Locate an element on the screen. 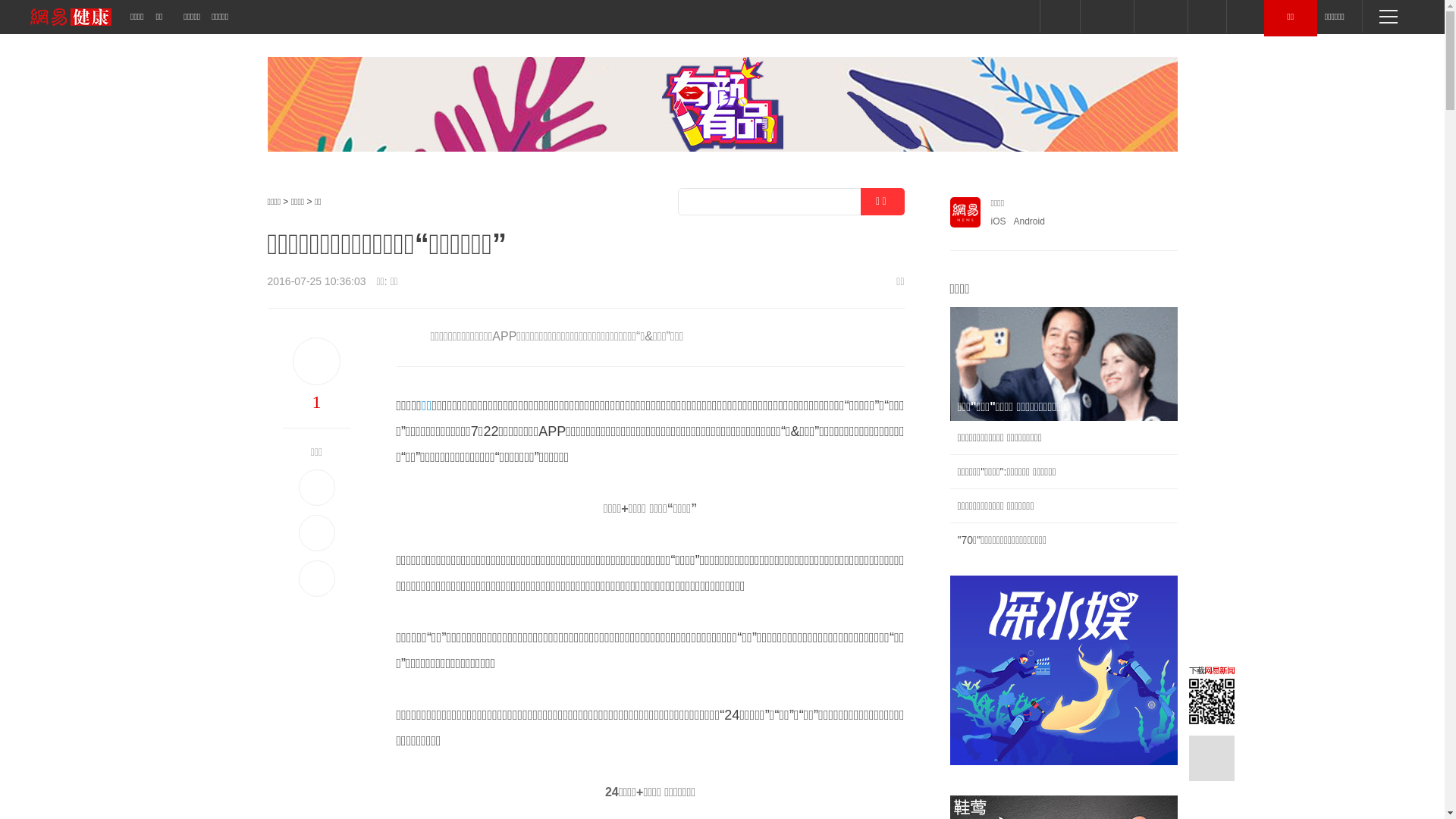 This screenshot has width=1456, height=819. '1' is located at coordinates (315, 400).